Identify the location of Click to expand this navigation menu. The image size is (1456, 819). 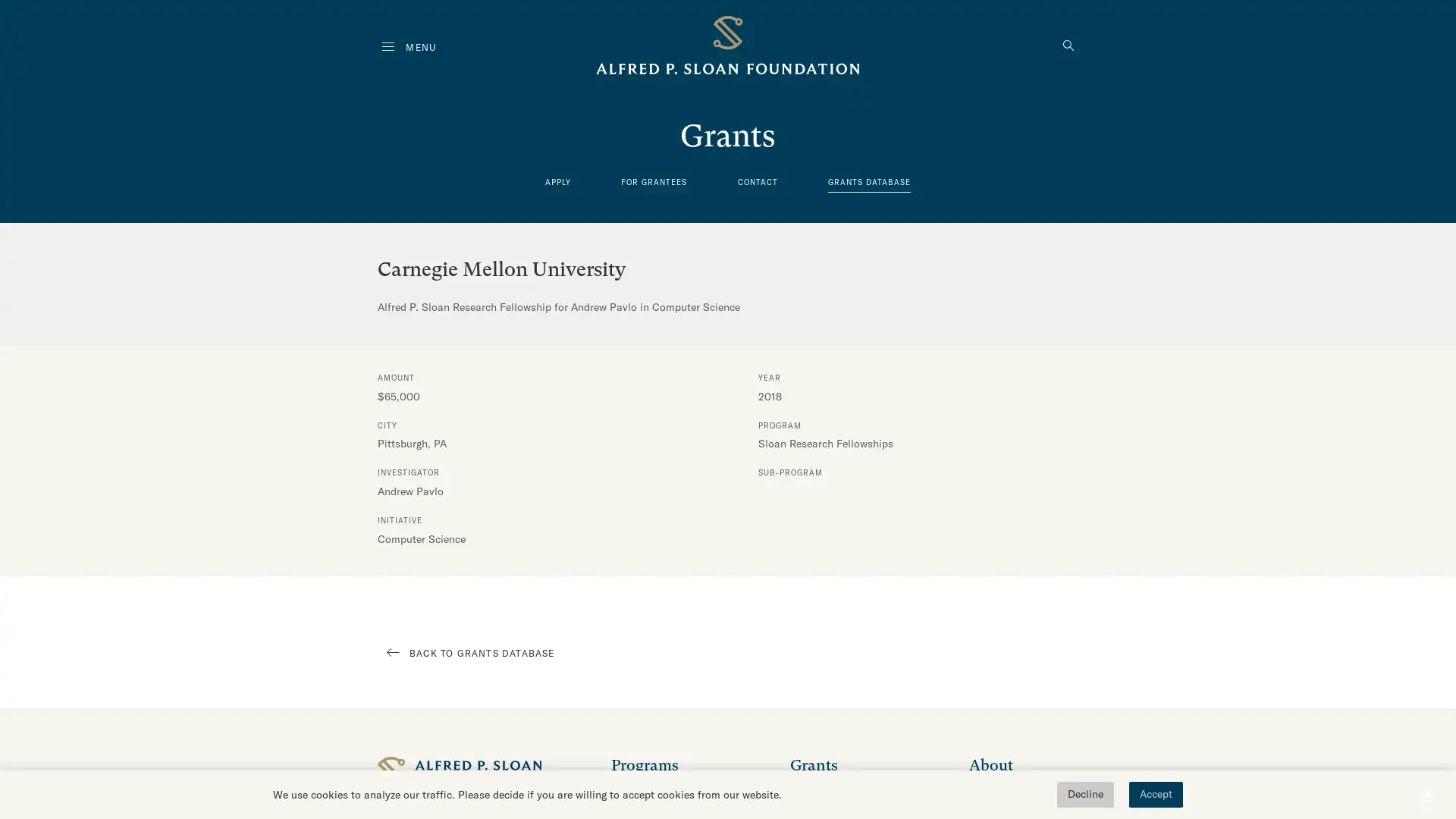
(596, 791).